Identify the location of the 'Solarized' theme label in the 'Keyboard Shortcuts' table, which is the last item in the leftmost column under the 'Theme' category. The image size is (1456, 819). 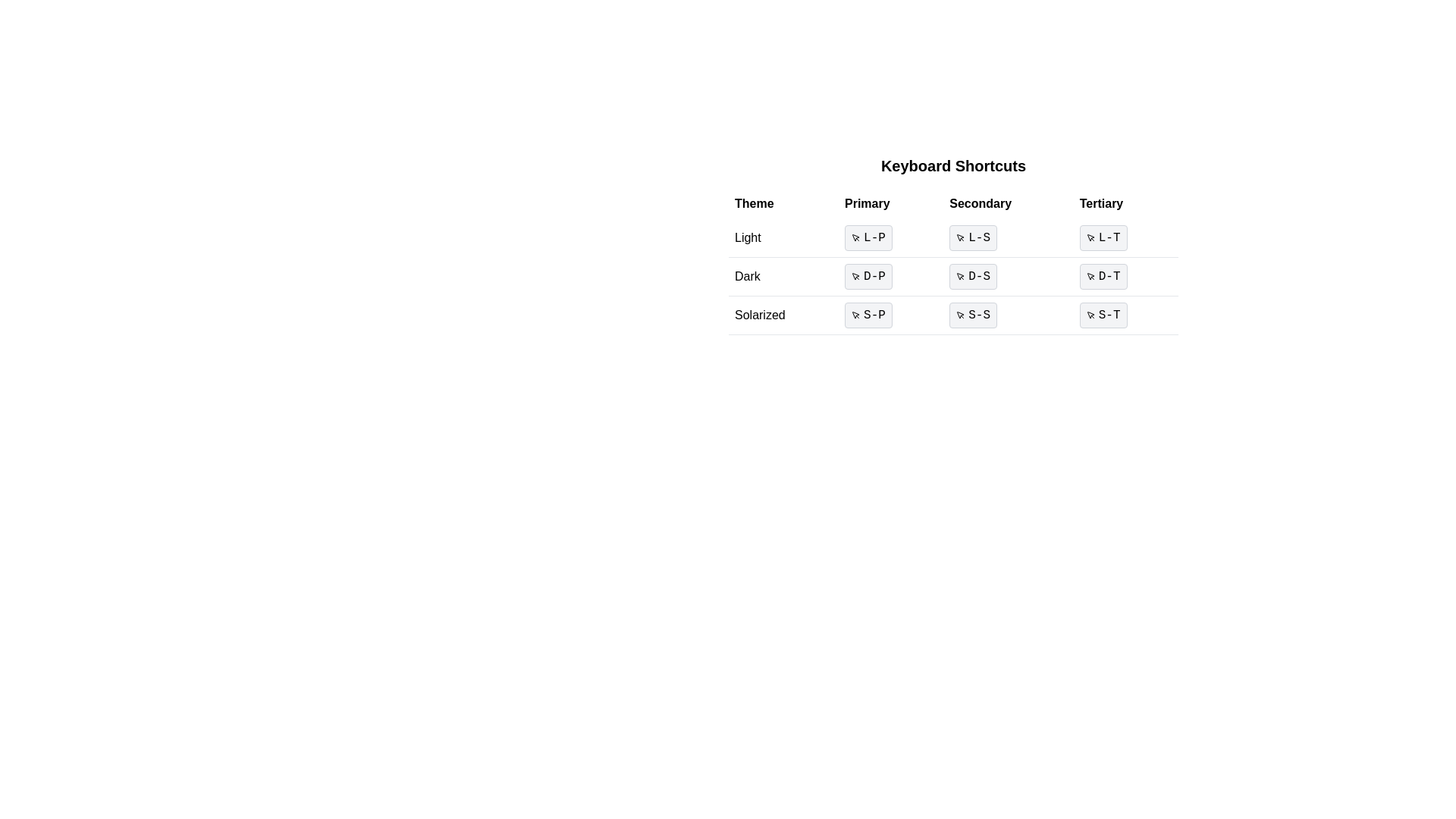
(783, 315).